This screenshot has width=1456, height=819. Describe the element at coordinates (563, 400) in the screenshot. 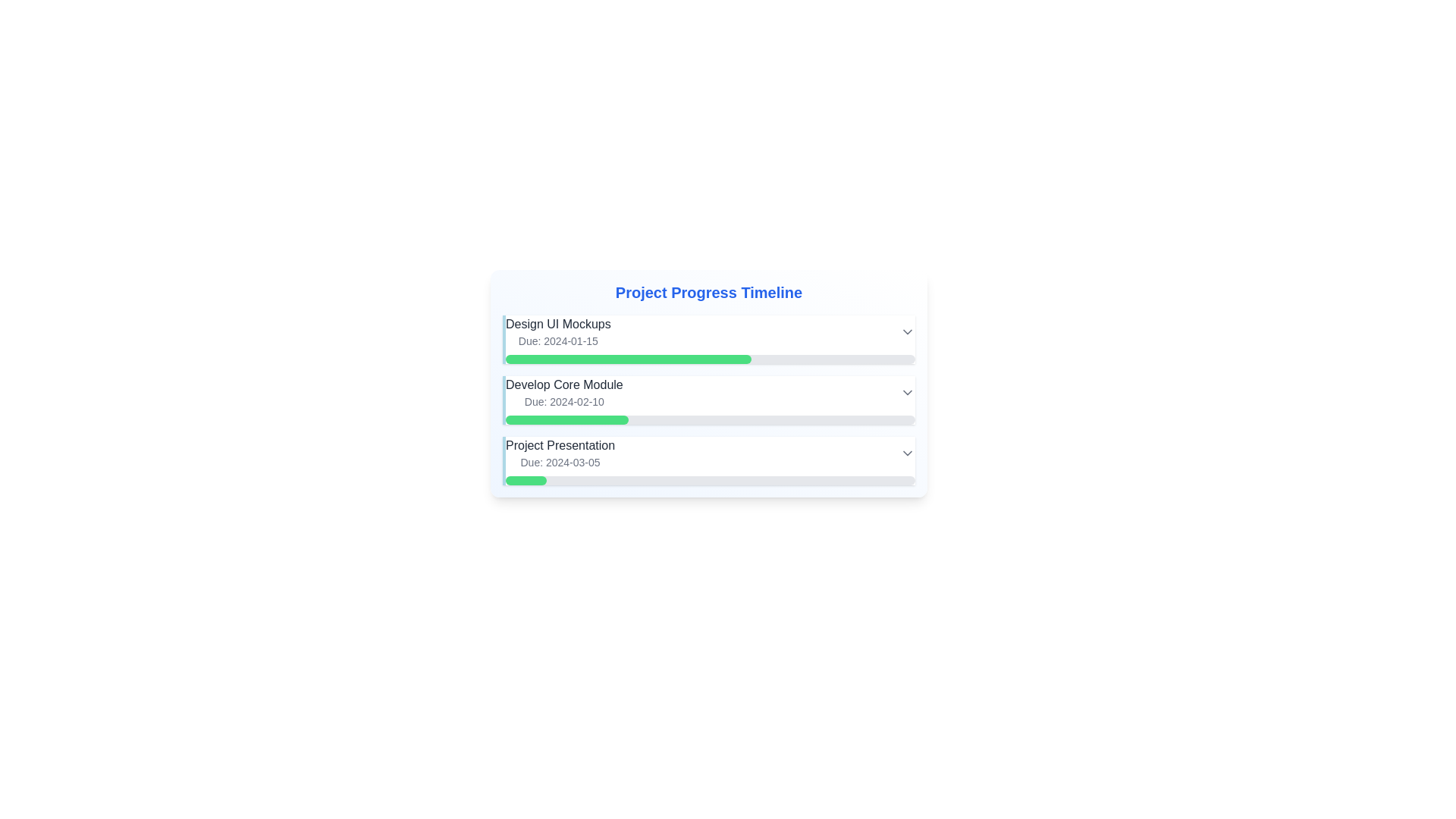

I see `the Text Label displaying the due date for the task 'Develop Core Module', which is located directly below the task description and aligned to the left margin` at that location.